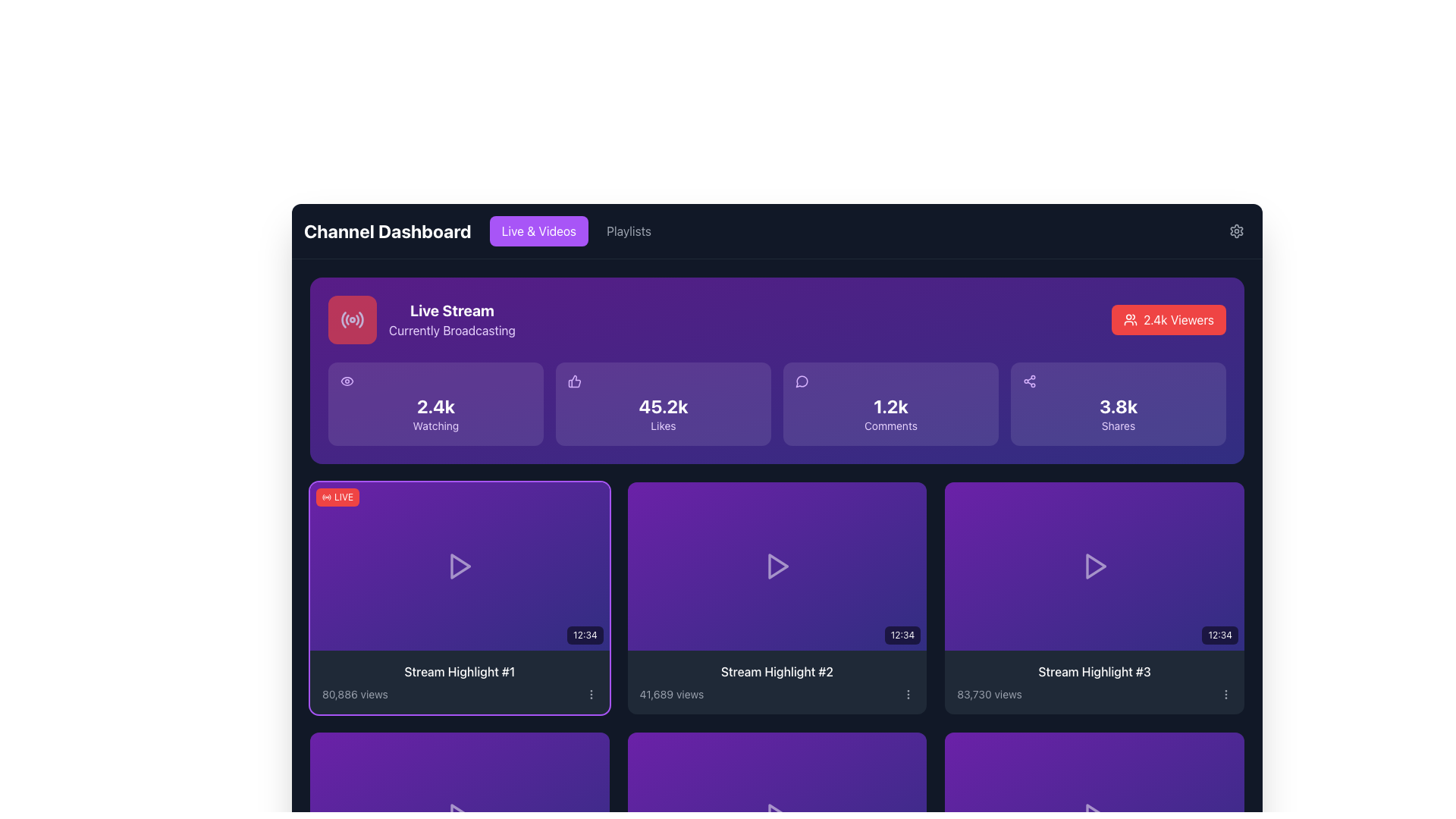 The width and height of the screenshot is (1456, 819). I want to click on the user group icon within the red button labeled '2.4k Viewers' located in the top-right section of the interface, so click(1131, 318).